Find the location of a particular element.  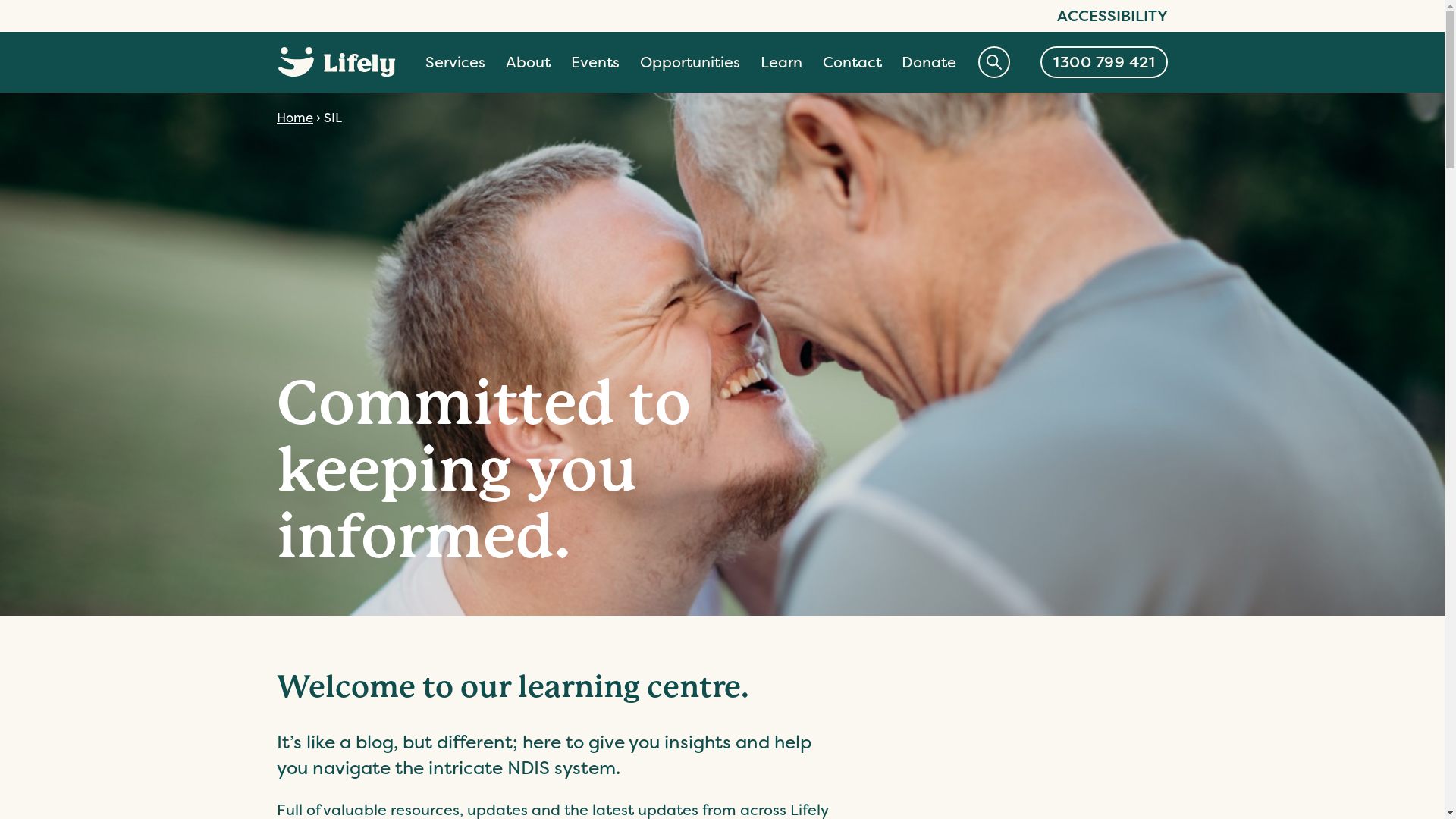

'ACCESSIBILITY' is located at coordinates (1056, 15).